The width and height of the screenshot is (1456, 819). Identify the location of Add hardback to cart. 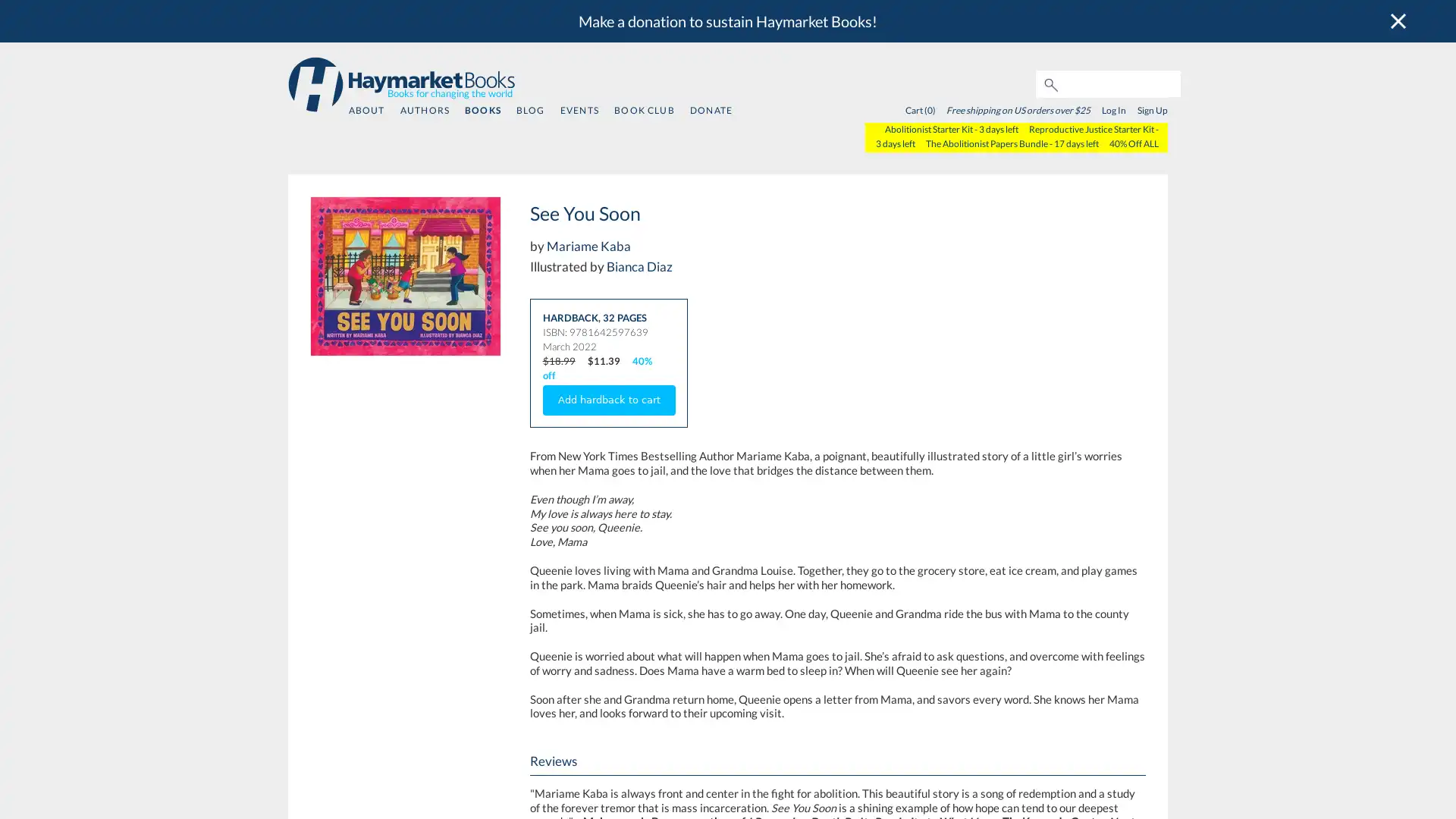
(608, 399).